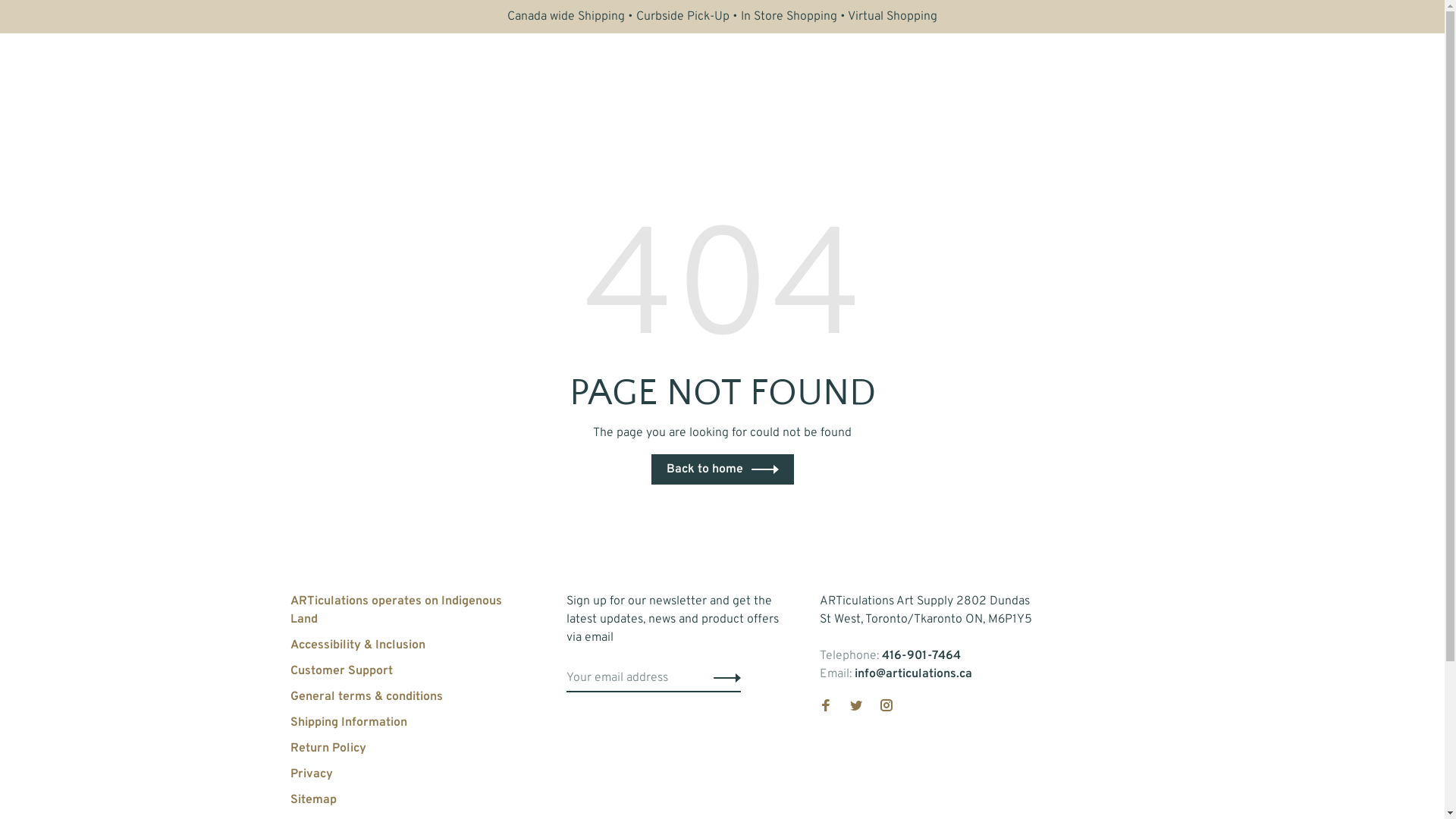  I want to click on 'Twitter', so click(855, 708).